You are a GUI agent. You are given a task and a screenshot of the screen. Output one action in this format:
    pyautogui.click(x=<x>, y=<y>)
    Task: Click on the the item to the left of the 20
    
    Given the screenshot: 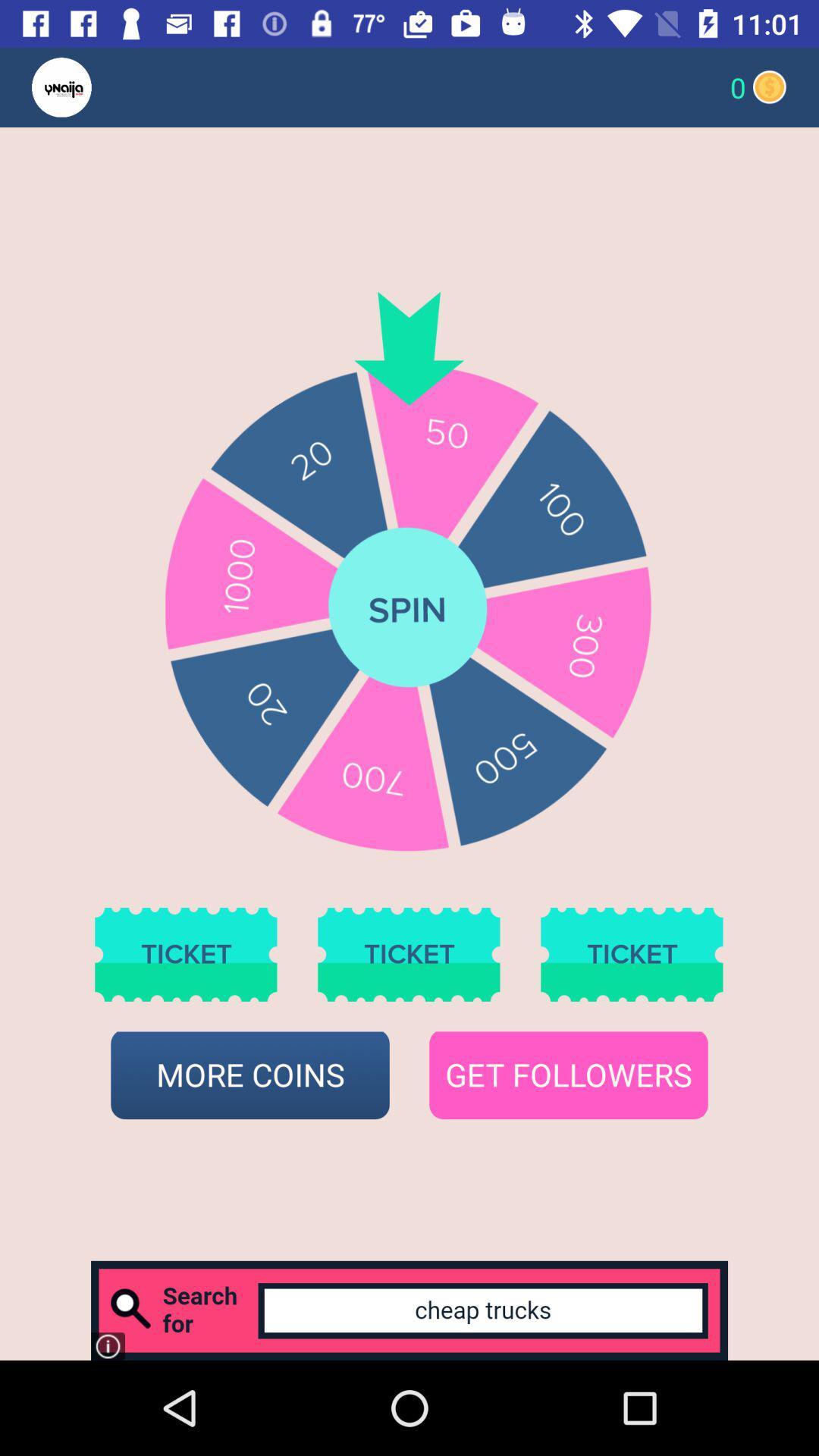 What is the action you would take?
    pyautogui.click(x=91, y=86)
    